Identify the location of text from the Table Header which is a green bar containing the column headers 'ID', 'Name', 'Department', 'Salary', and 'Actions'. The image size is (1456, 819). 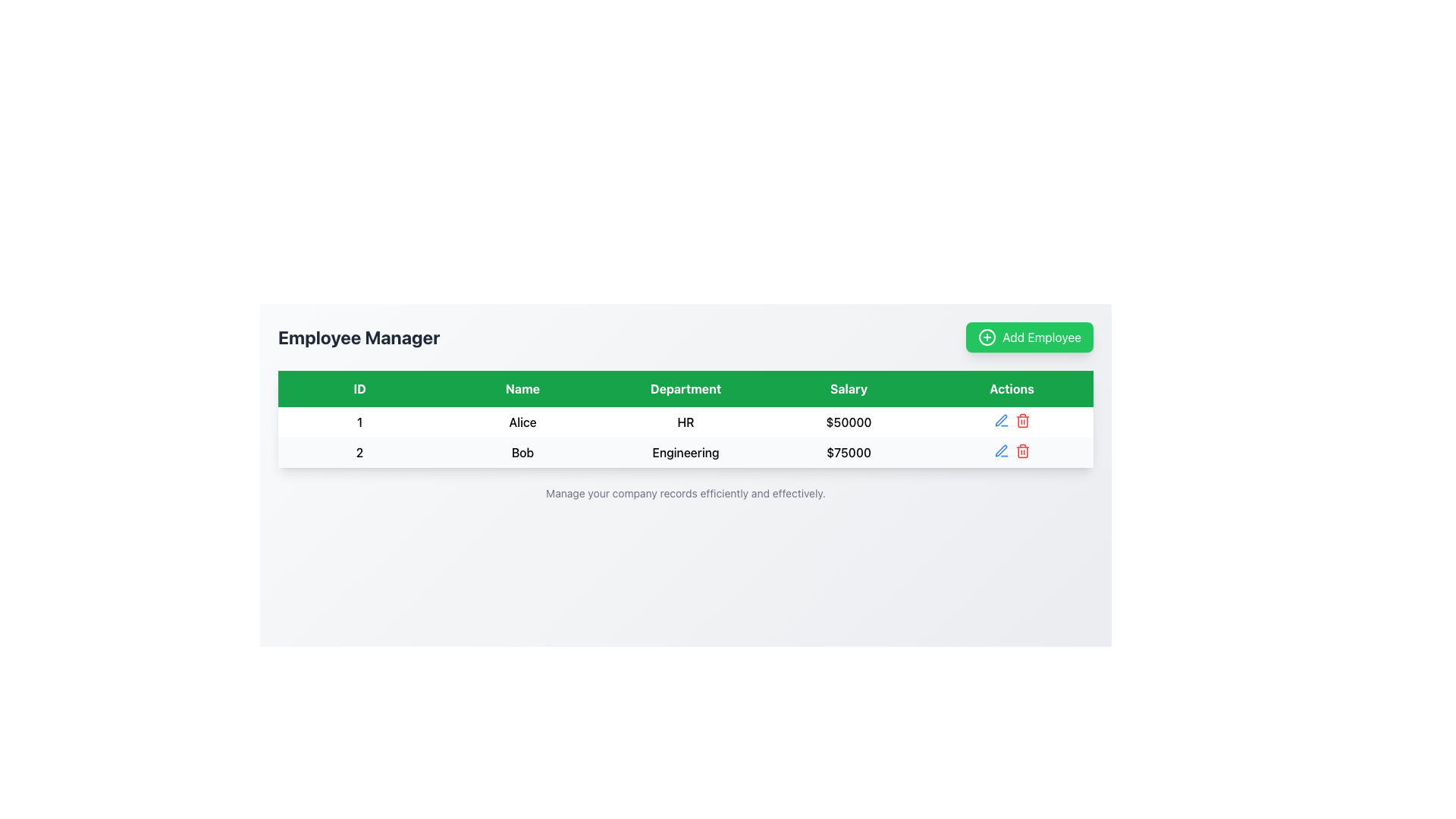
(685, 388).